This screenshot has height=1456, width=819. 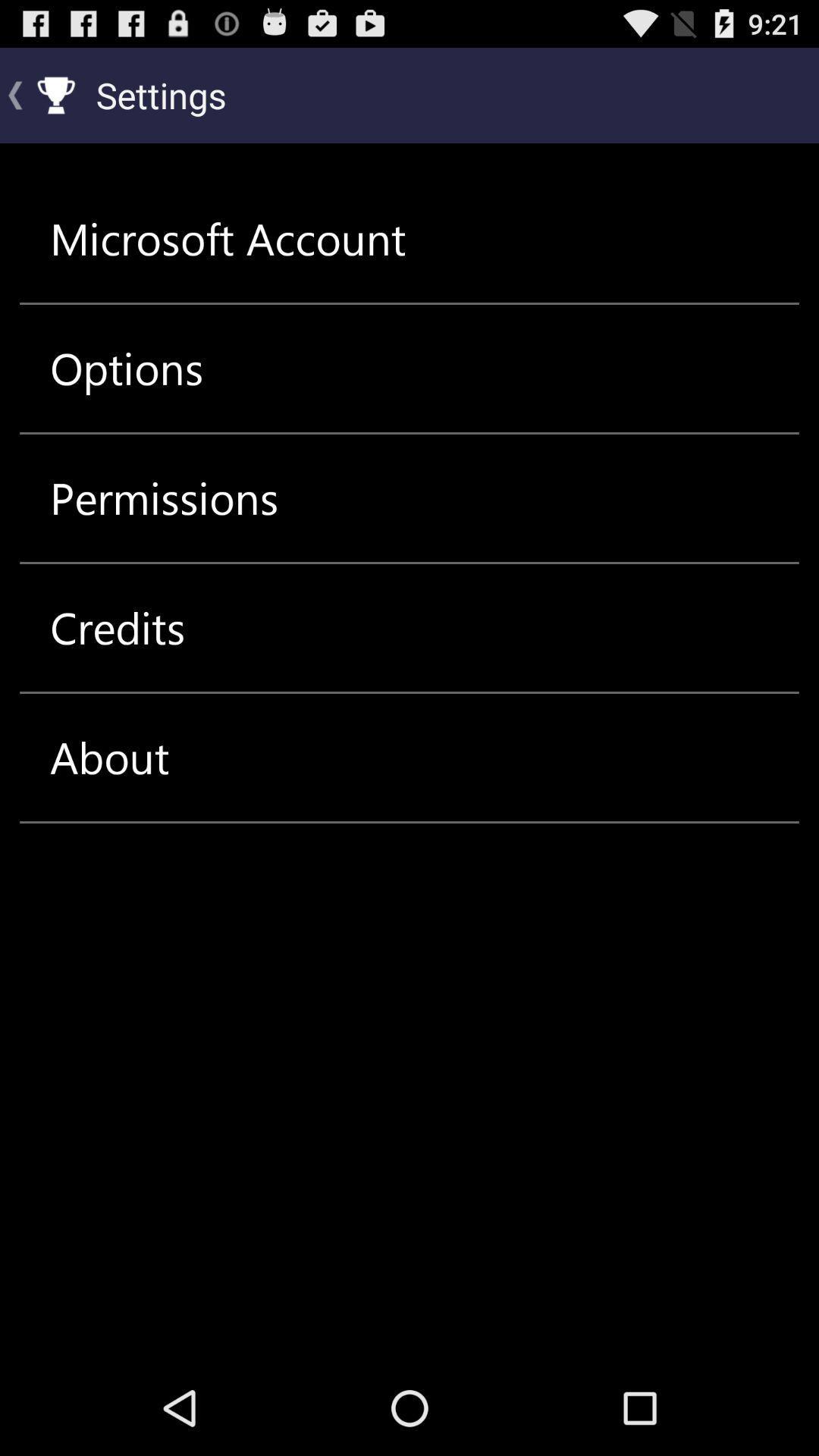 What do you see at coordinates (108, 757) in the screenshot?
I see `the item below the credits icon` at bounding box center [108, 757].